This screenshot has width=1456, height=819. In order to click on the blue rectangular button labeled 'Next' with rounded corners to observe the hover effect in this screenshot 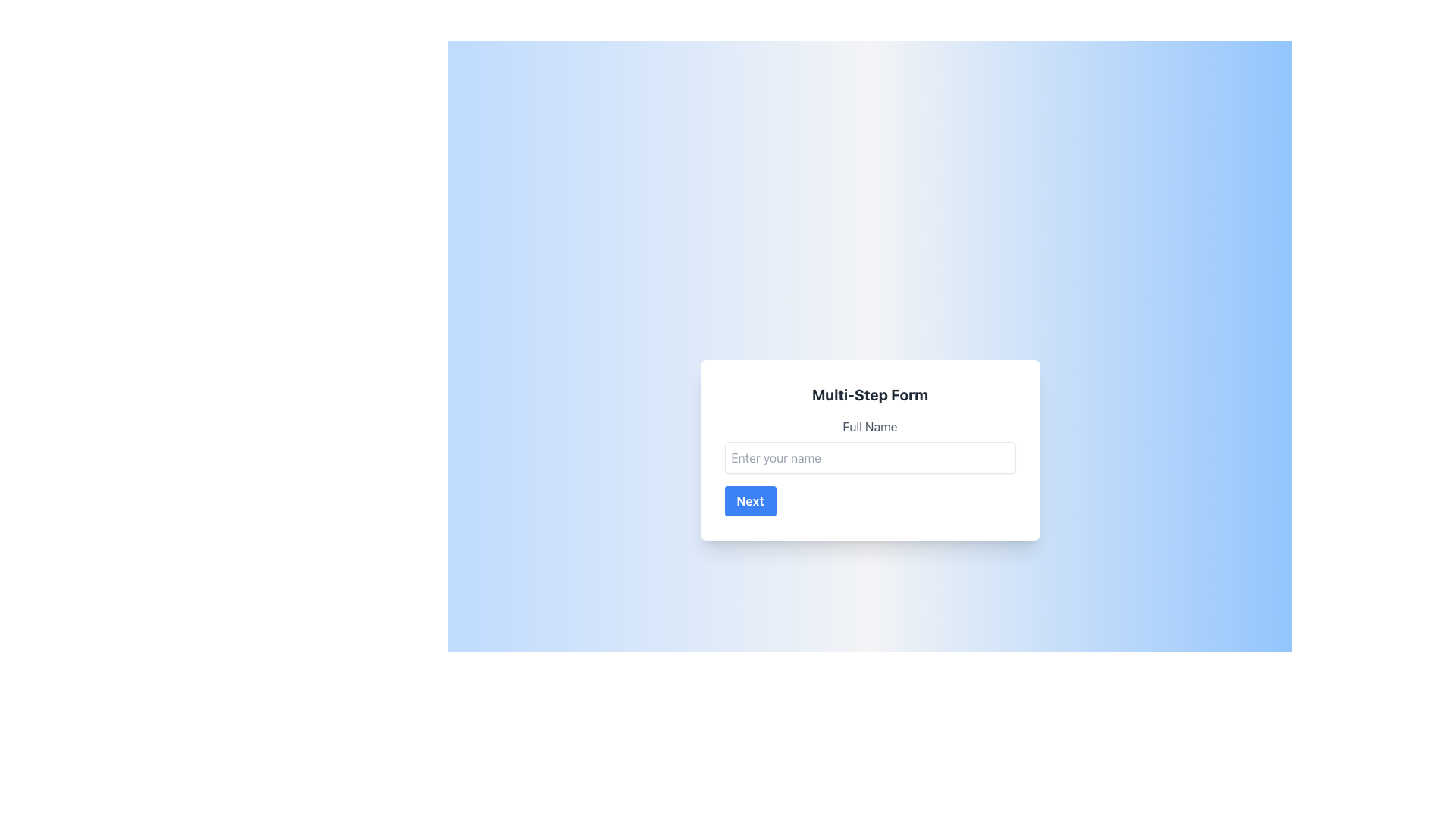, I will do `click(750, 500)`.